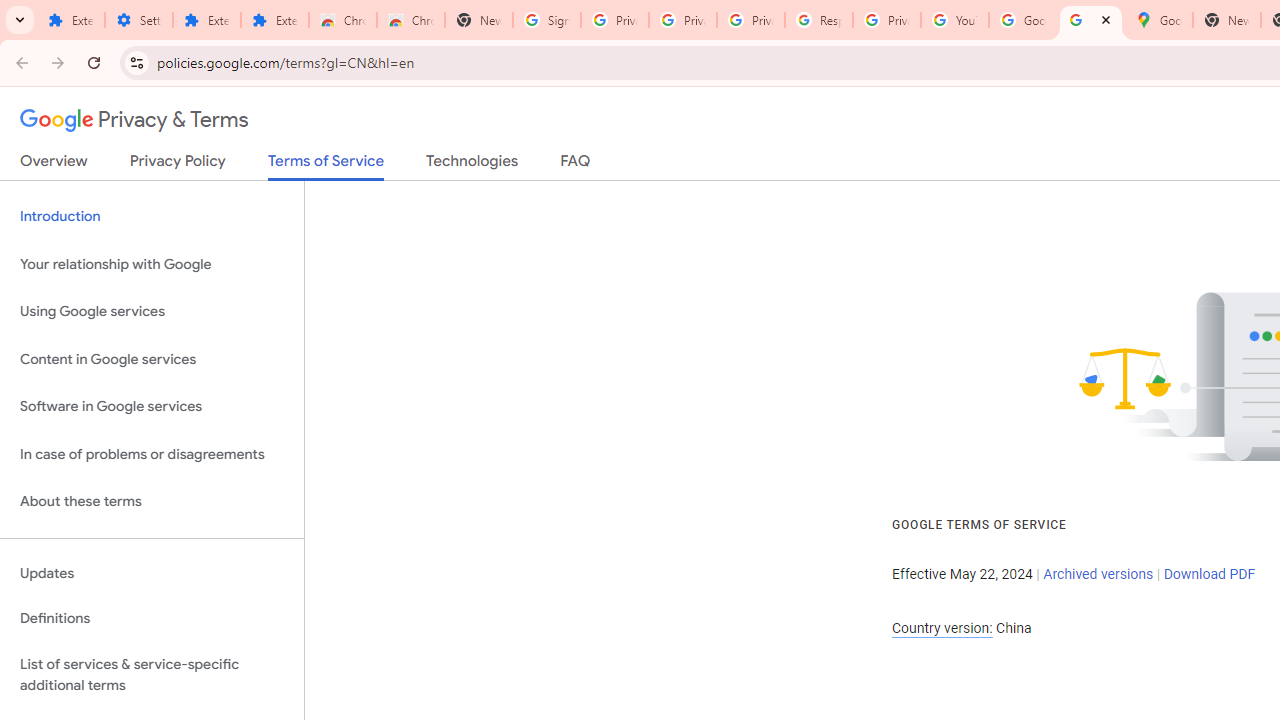 The width and height of the screenshot is (1280, 720). What do you see at coordinates (1097, 574) in the screenshot?
I see `'Archived versions'` at bounding box center [1097, 574].